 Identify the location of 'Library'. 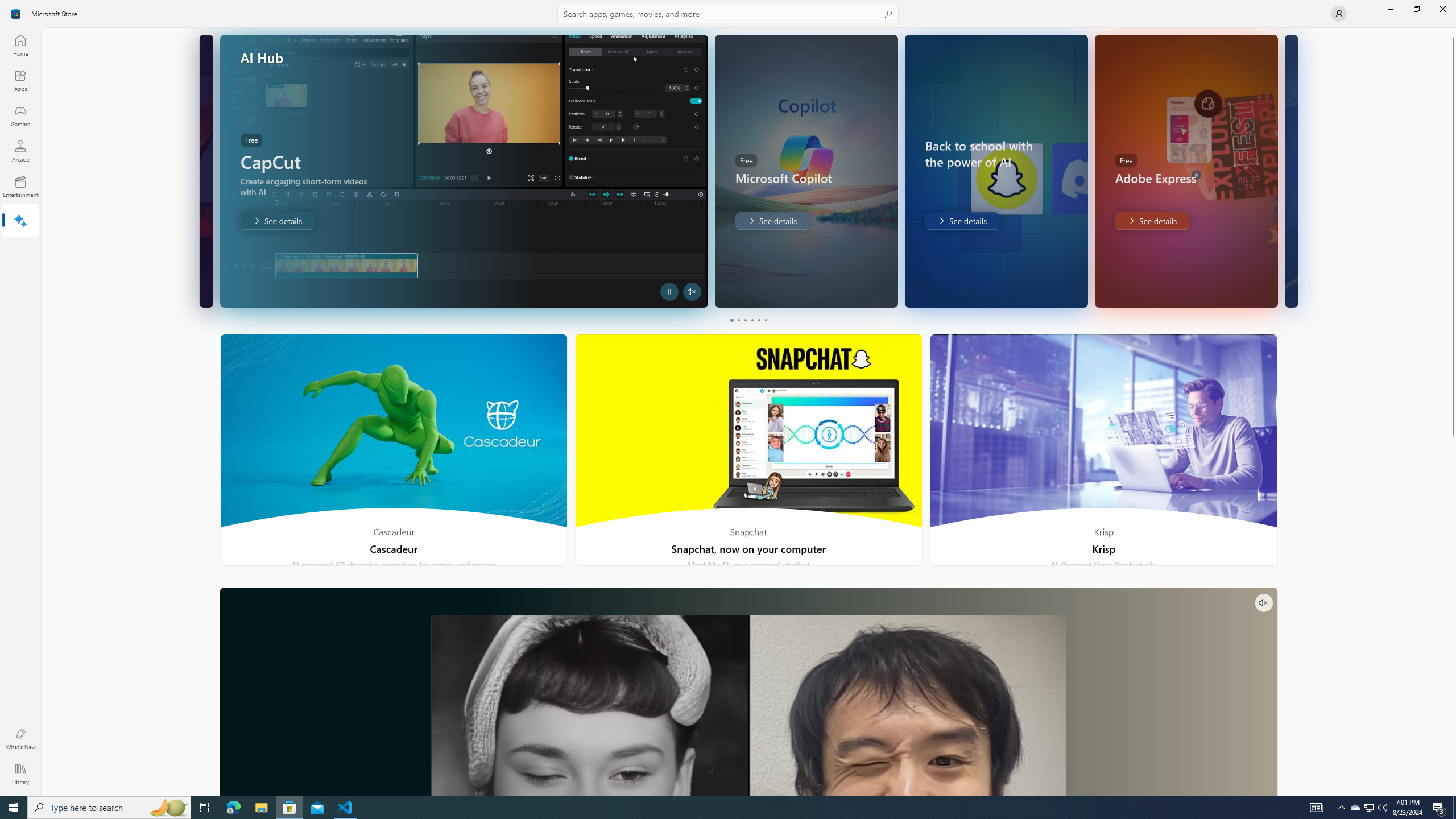
(19, 773).